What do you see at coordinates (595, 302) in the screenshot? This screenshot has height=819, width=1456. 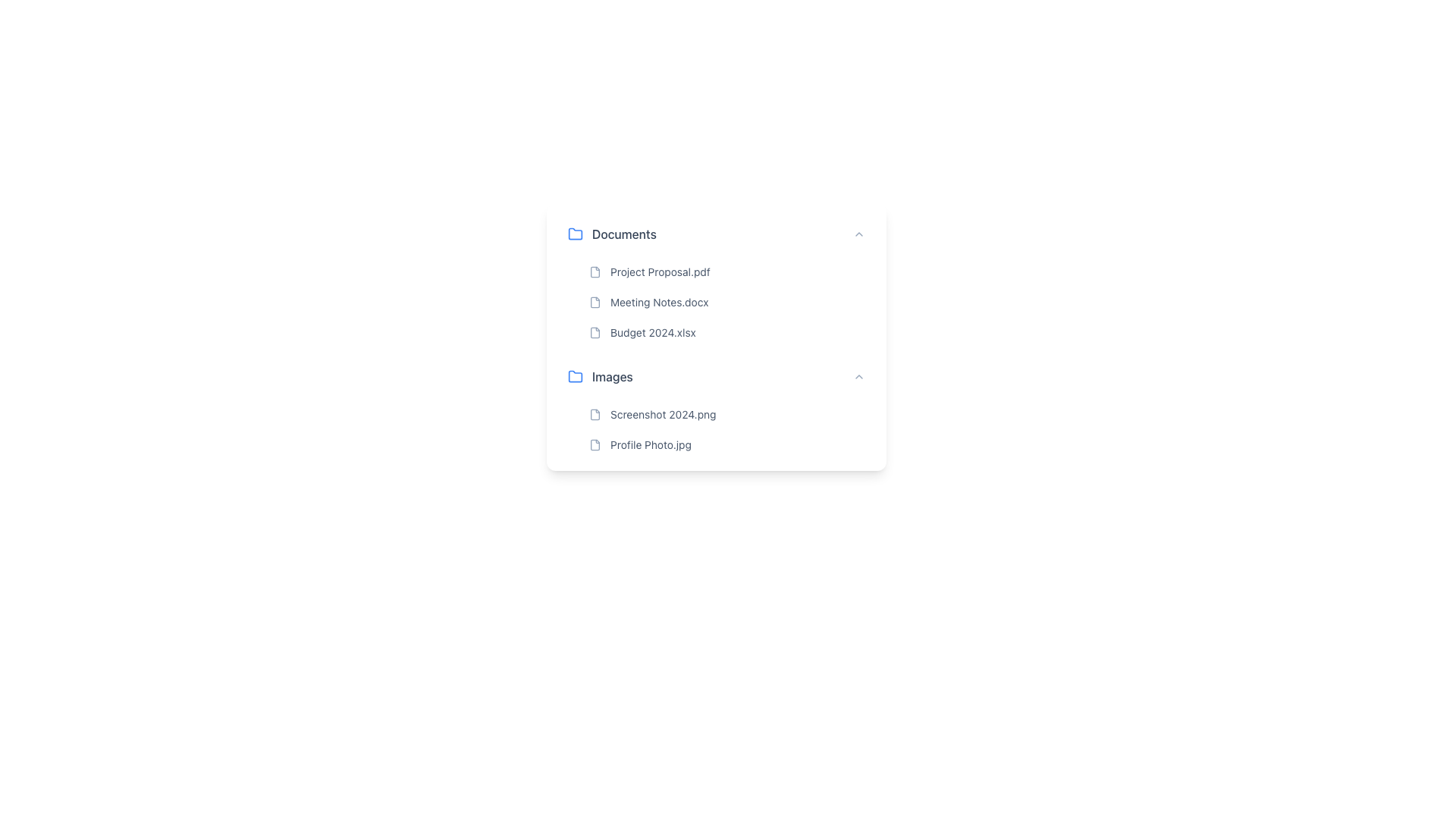 I see `the document icon labeled 'Meeting Notes.docx'` at bounding box center [595, 302].